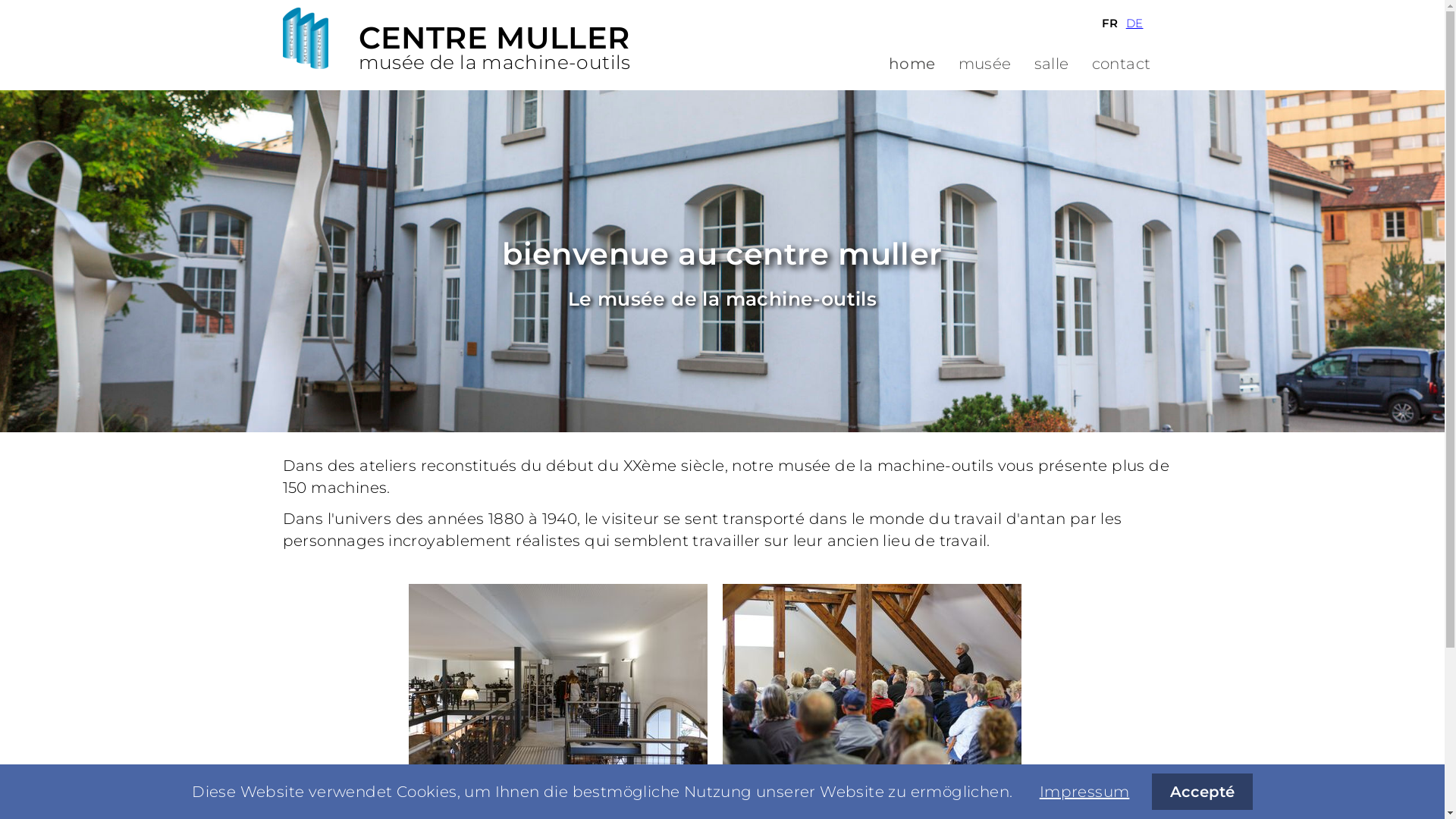 This screenshot has height=819, width=1456. What do you see at coordinates (1073, 800) in the screenshot?
I see `'impressum'` at bounding box center [1073, 800].